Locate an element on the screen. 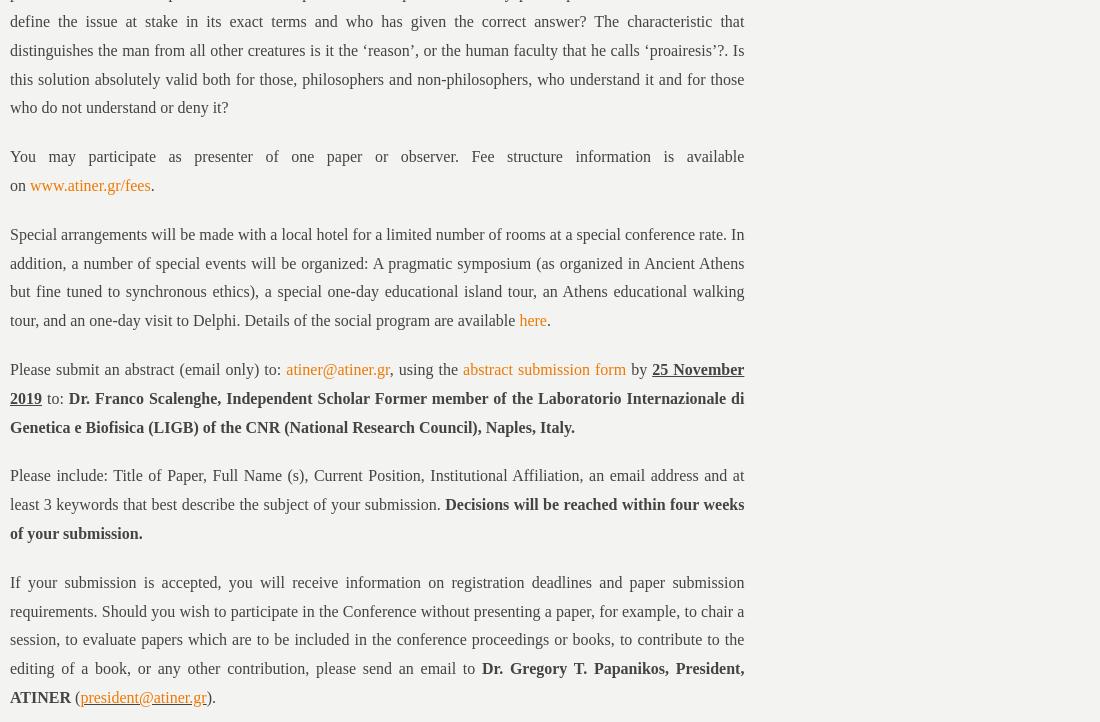 The image size is (1100, 722). 'Dr. Gregory T. Papanikos' is located at coordinates (571, 667).